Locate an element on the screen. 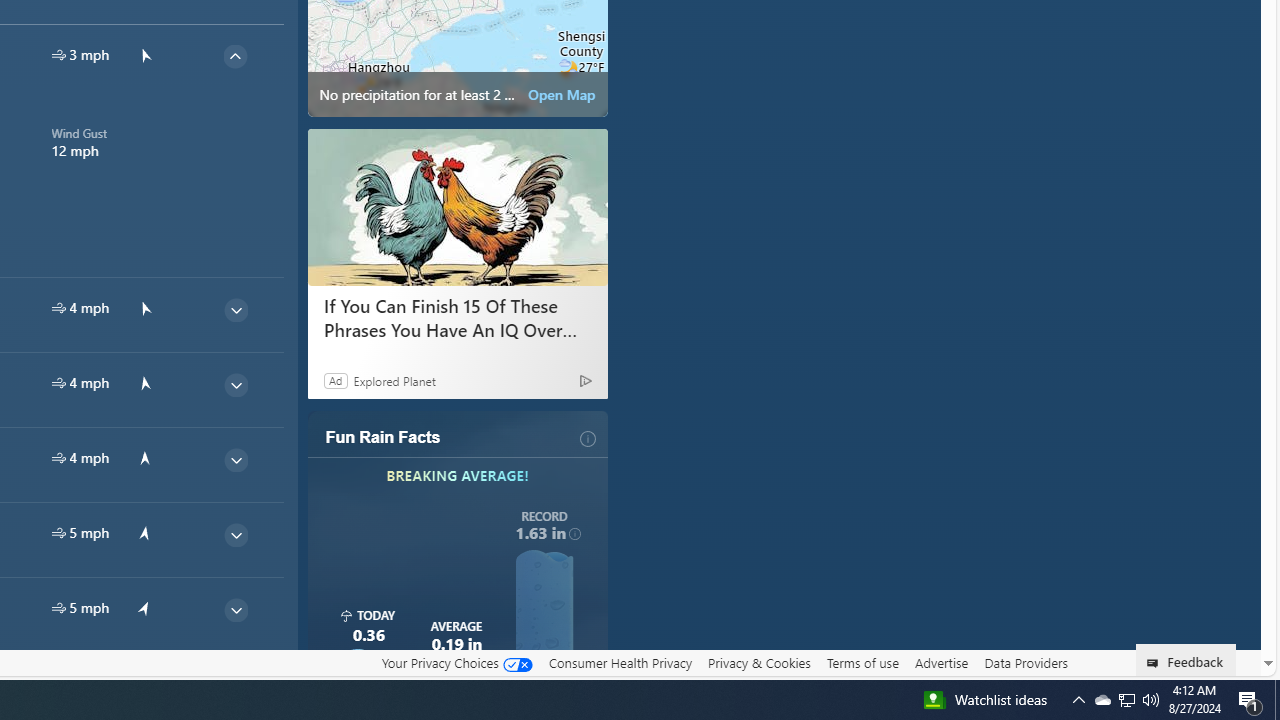 The image size is (1280, 720). 'Terms of use' is located at coordinates (862, 662).